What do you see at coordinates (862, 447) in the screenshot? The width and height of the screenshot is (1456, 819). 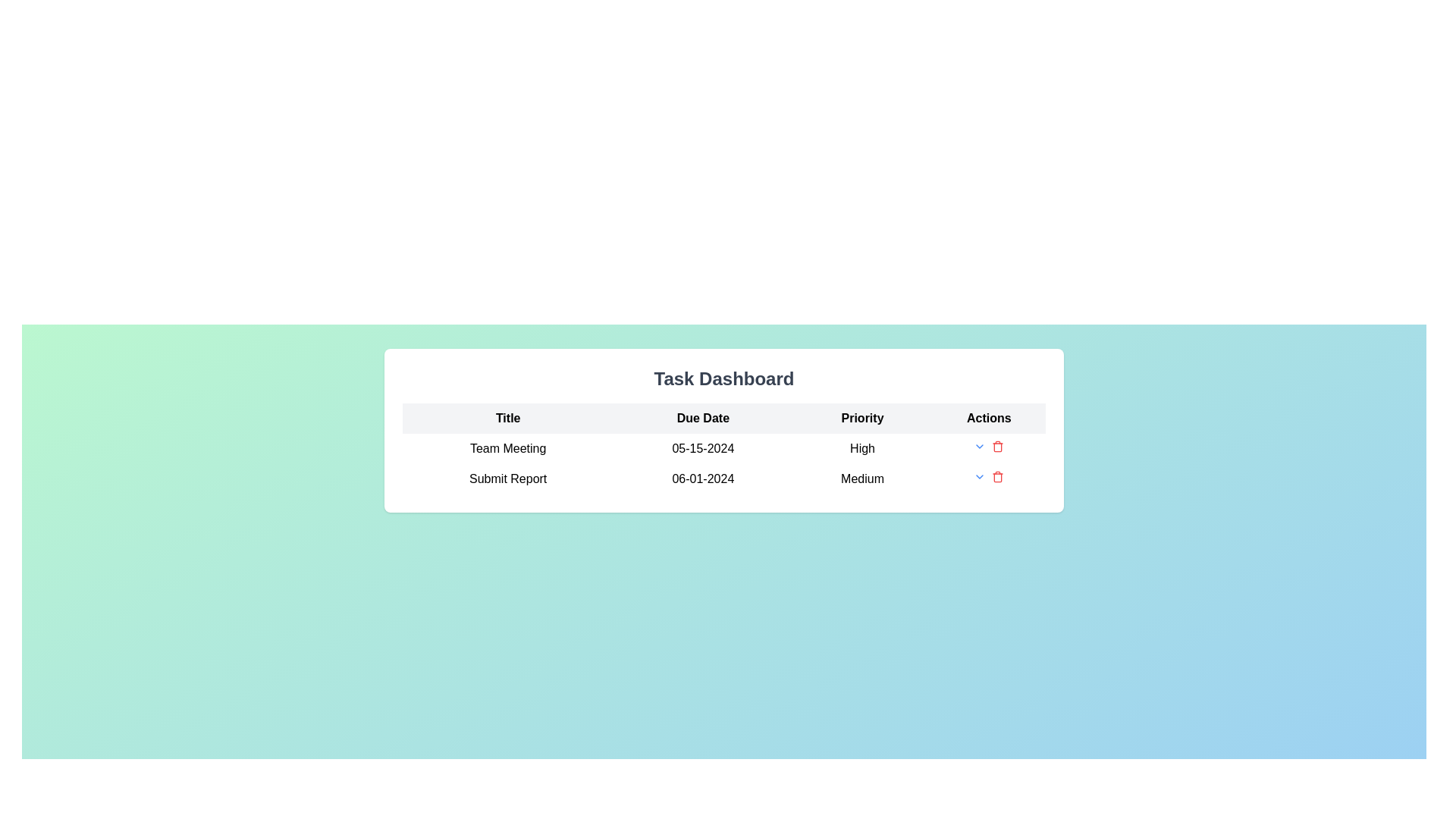 I see `text label indicating the priority level of the 'Team Meeting' task, which shows 'High'` at bounding box center [862, 447].